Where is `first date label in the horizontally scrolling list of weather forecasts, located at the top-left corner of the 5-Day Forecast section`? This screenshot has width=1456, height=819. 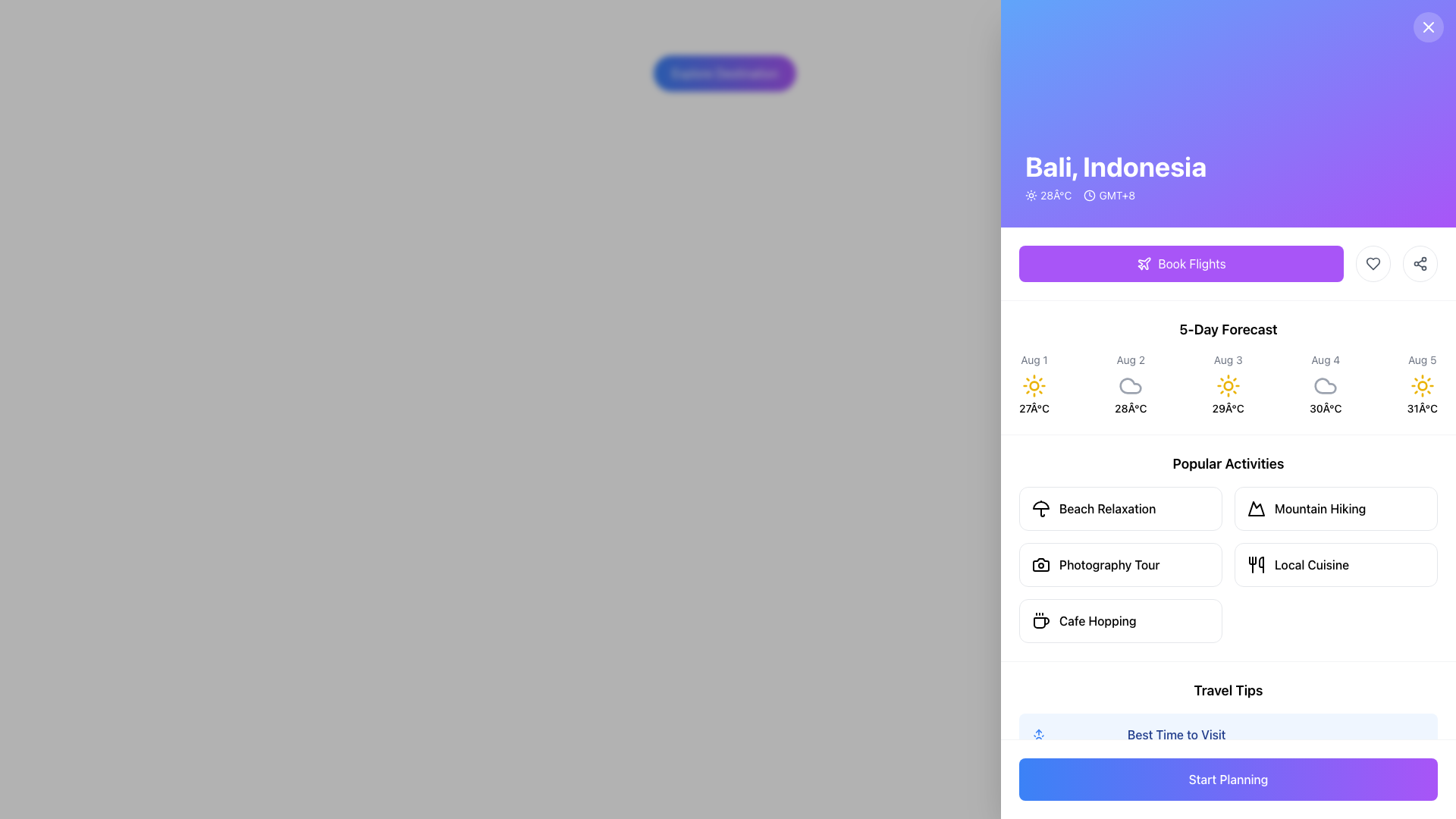
first date label in the horizontally scrolling list of weather forecasts, located at the top-left corner of the 5-Day Forecast section is located at coordinates (1033, 359).